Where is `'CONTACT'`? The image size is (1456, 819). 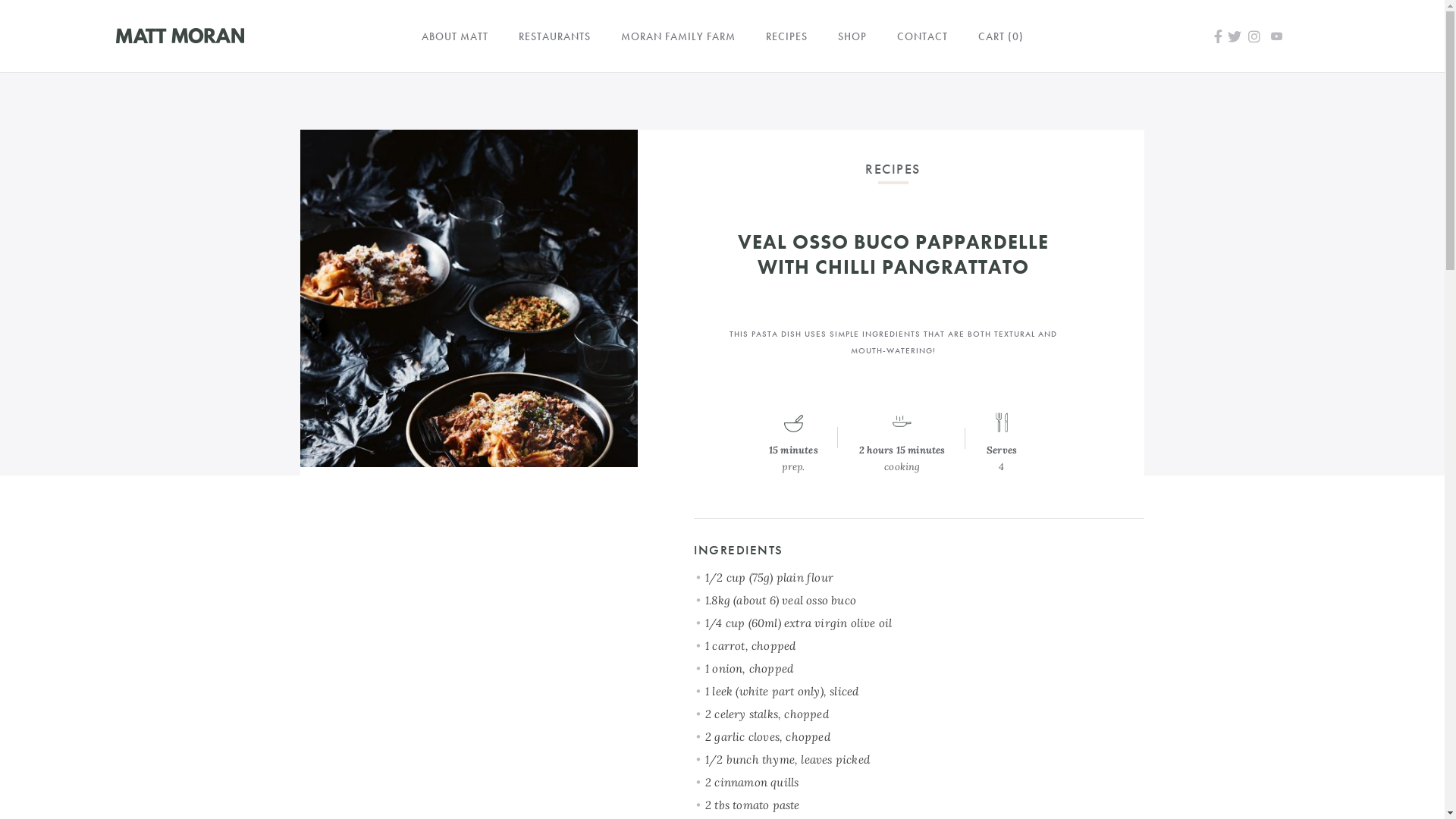
'CONTACT' is located at coordinates (921, 35).